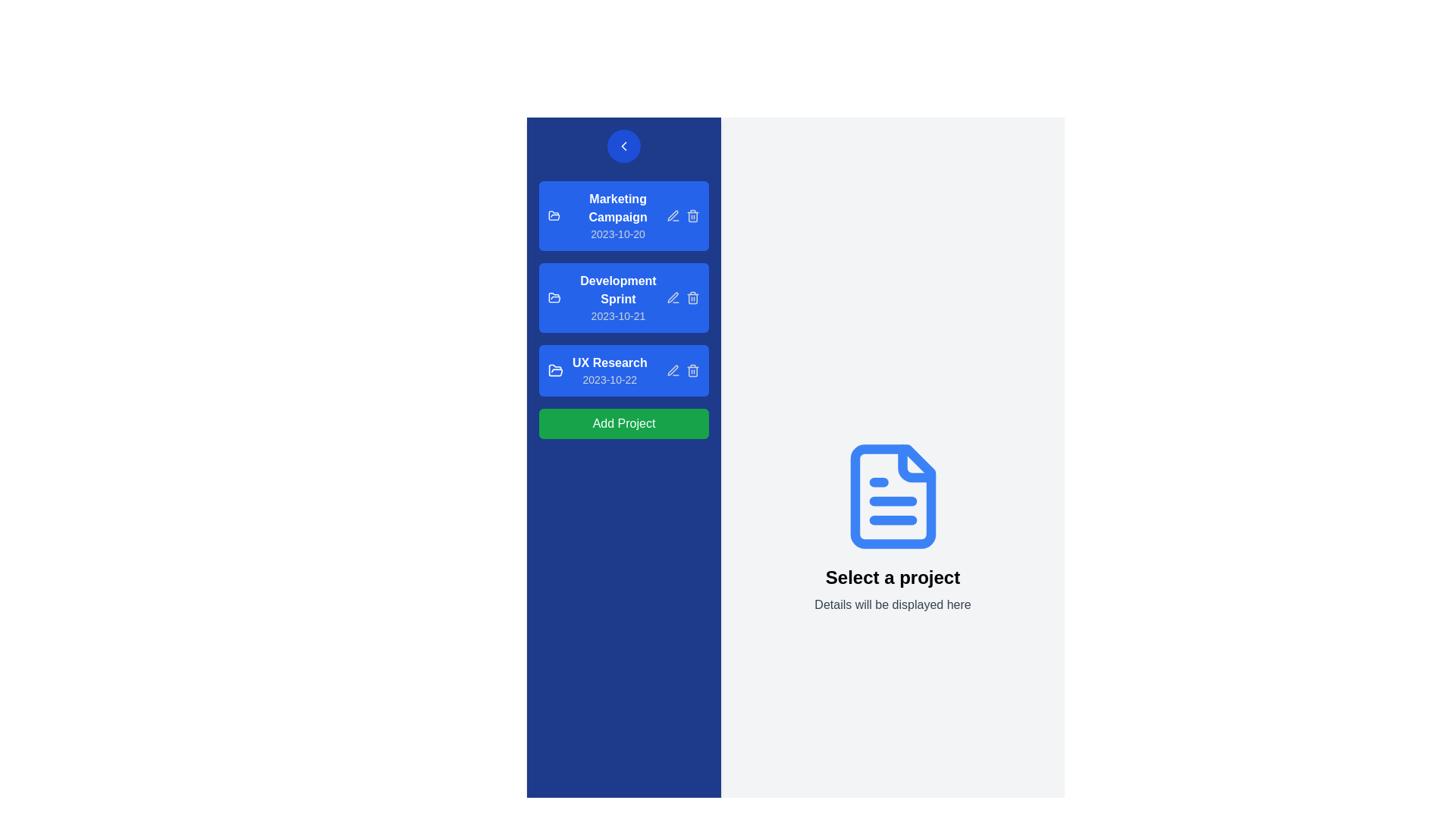  I want to click on the style of the icon that represents the 'Development Sprint' card located at the top-left corner of the 'Development Sprint 2023-10-21' card in the left sidebar, so click(554, 297).